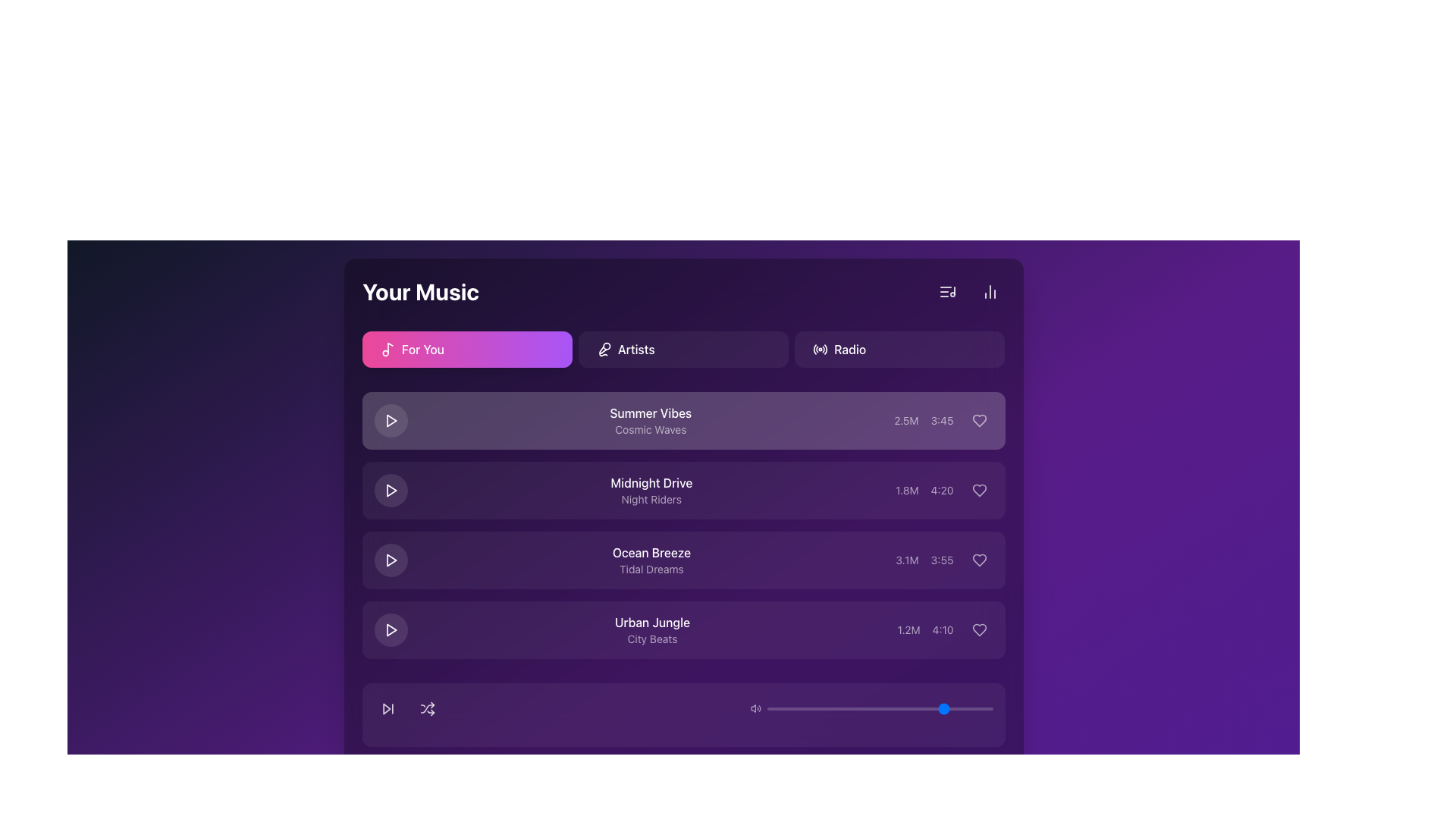 The height and width of the screenshot is (819, 1456). I want to click on the text label displaying '1.8M', which is located to the right of the 'Midnight Drive' song title and precedes the playtime '4:20' label, so click(907, 491).